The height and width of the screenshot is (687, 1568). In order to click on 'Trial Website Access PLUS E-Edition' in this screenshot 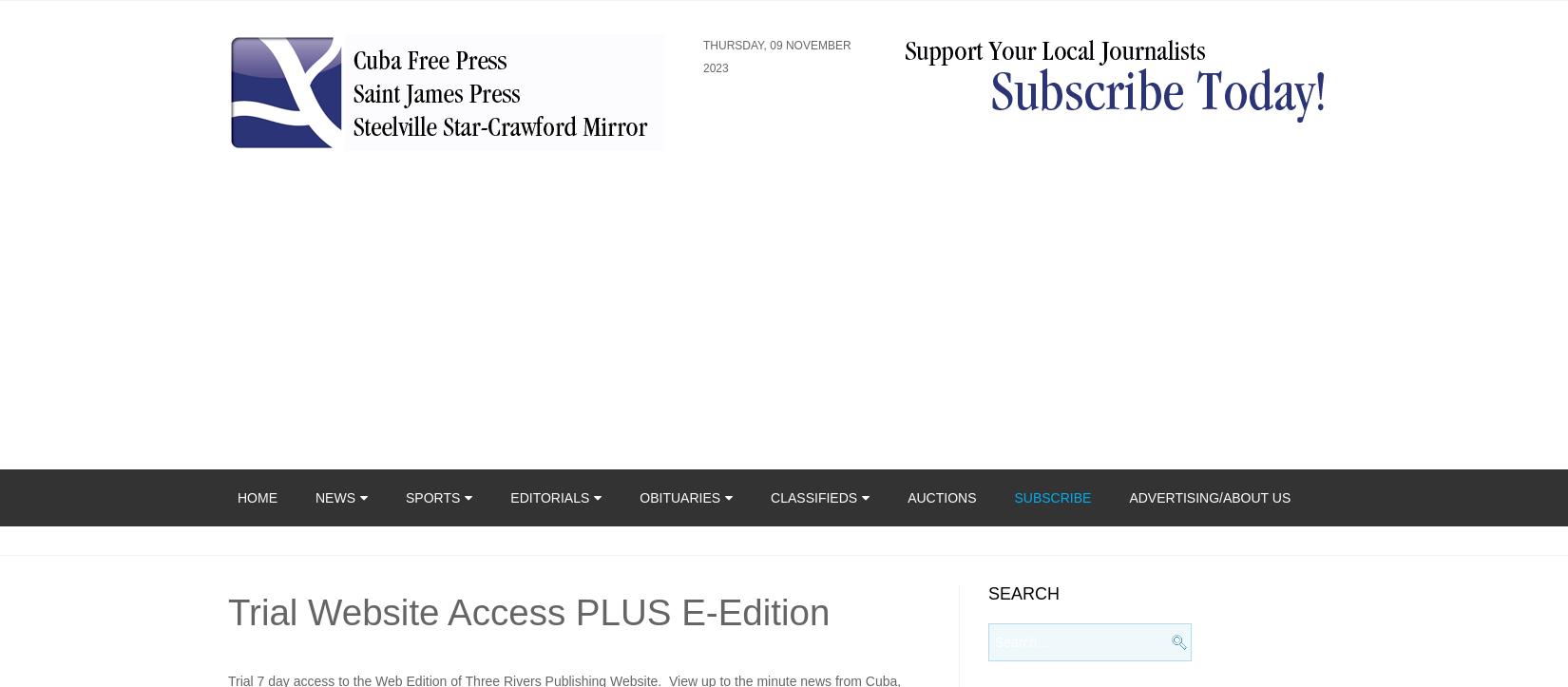, I will do `click(228, 612)`.